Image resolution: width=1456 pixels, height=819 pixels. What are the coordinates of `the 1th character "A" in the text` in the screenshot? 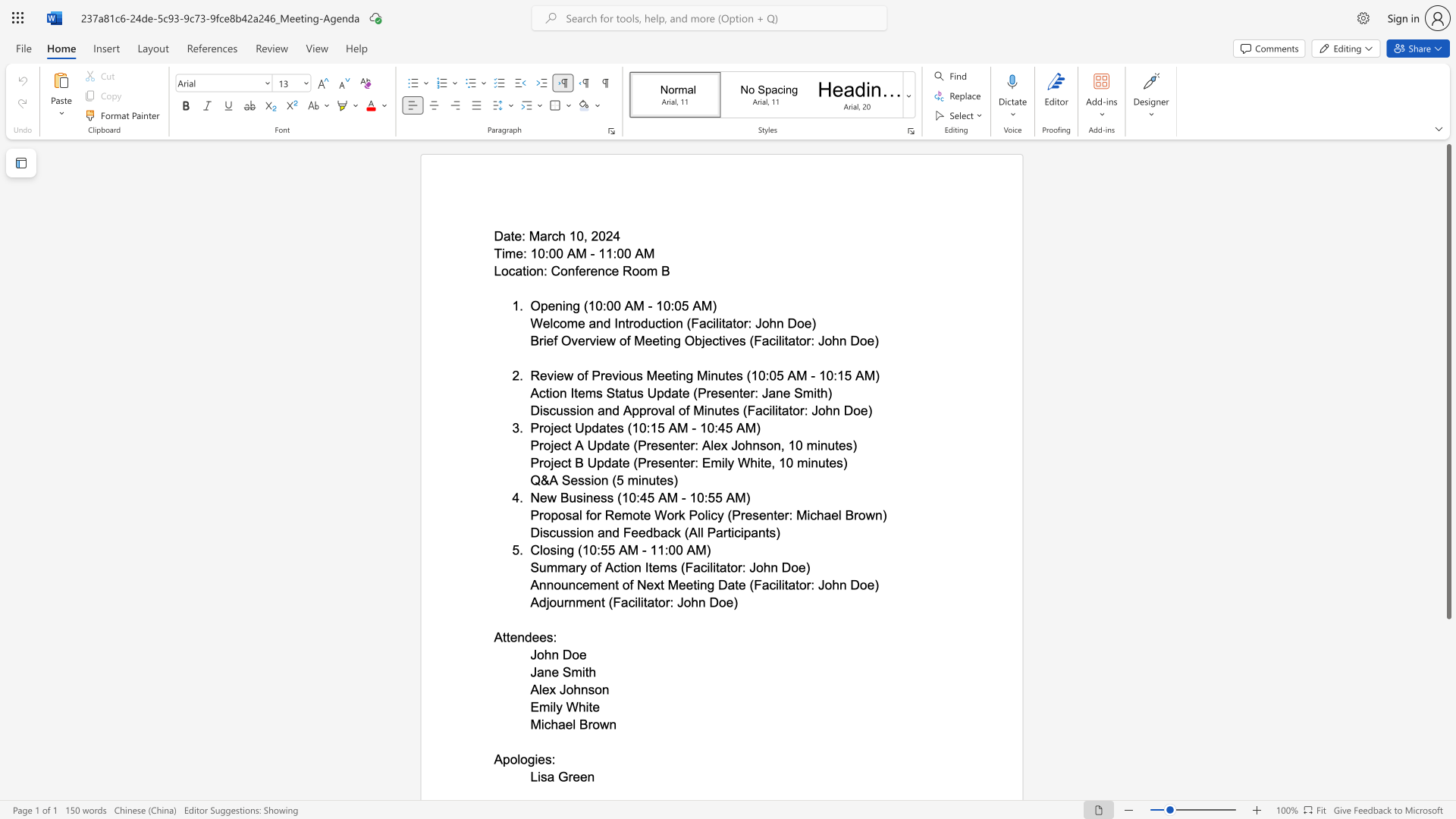 It's located at (535, 689).